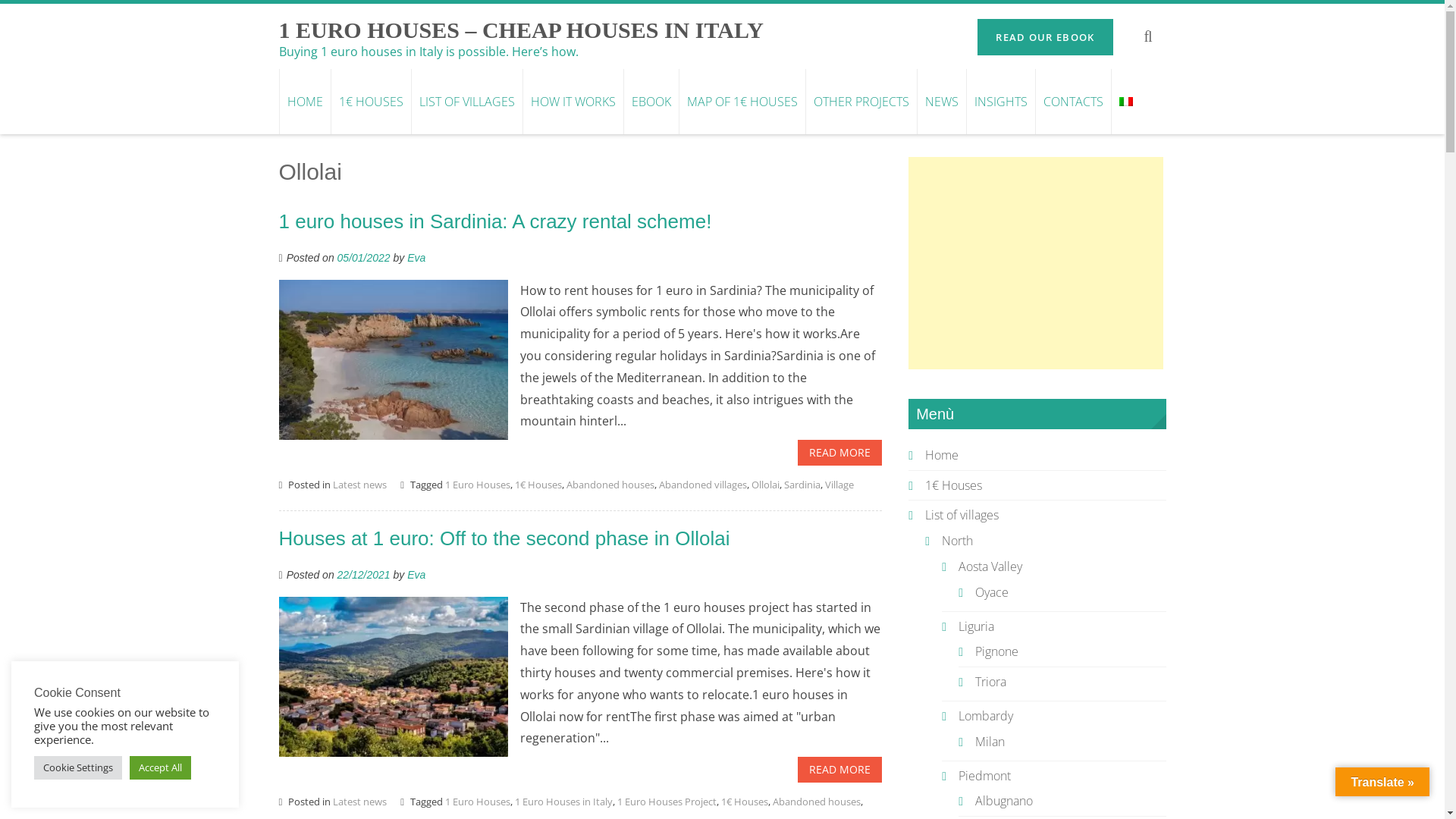 This screenshot has width=1456, height=819. Describe the element at coordinates (1043, 36) in the screenshot. I see `'READ OUR EBOOK'` at that location.